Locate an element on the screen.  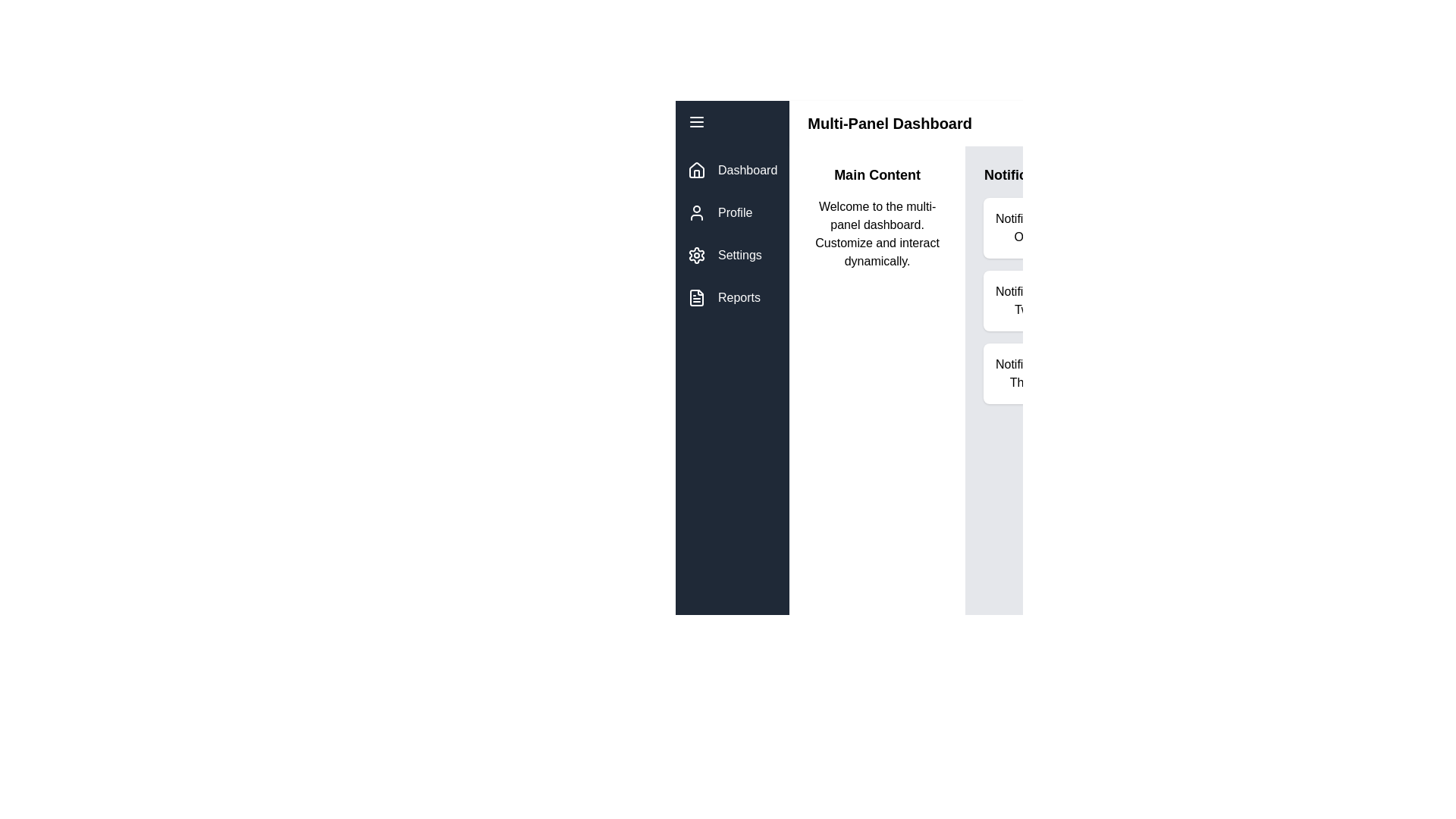
the Header element at the top of the dashboard interface, which indicates the current section being displayed is located at coordinates (937, 122).